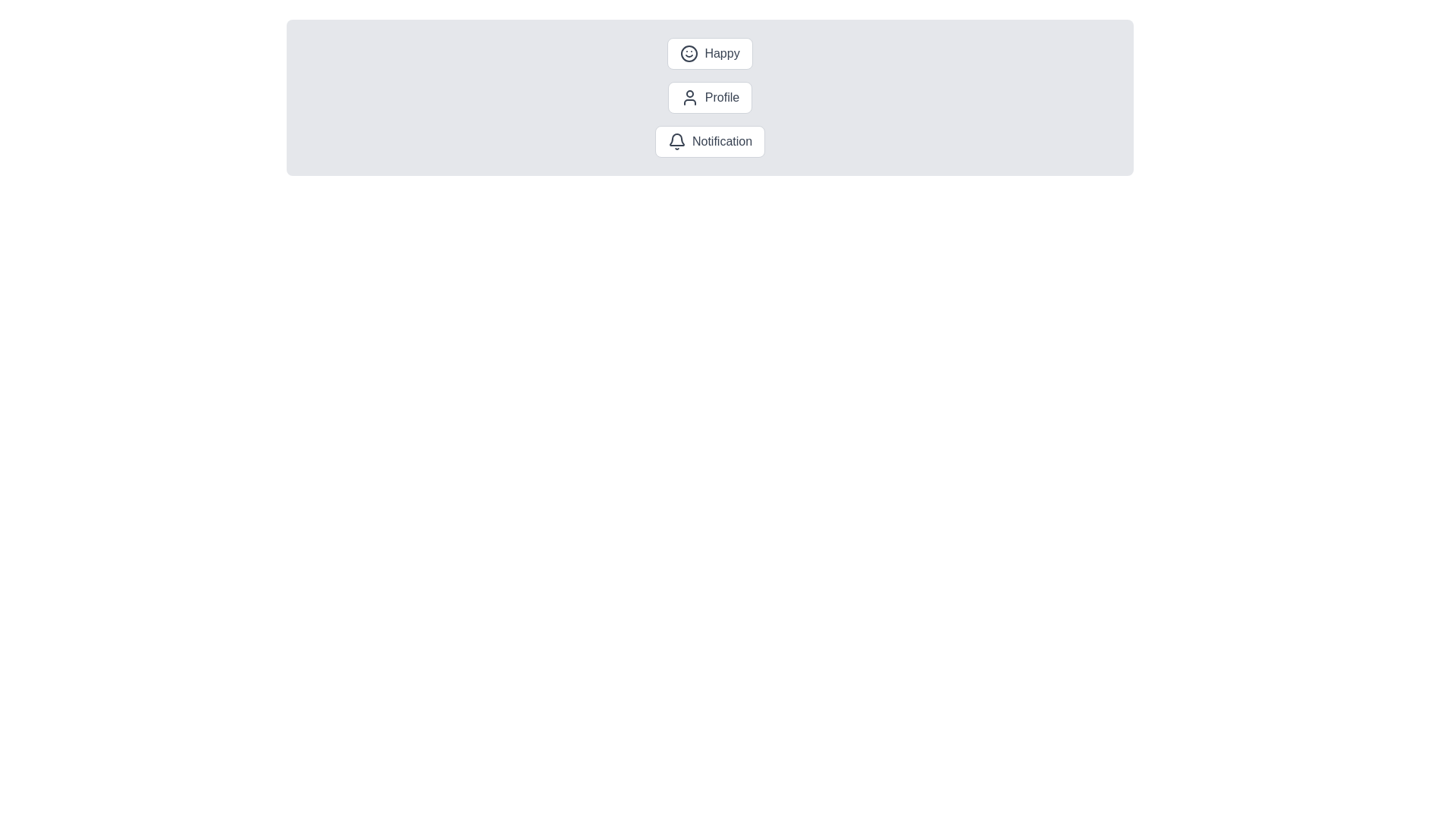  What do you see at coordinates (709, 52) in the screenshot?
I see `the chip labeled Happy to activate it` at bounding box center [709, 52].